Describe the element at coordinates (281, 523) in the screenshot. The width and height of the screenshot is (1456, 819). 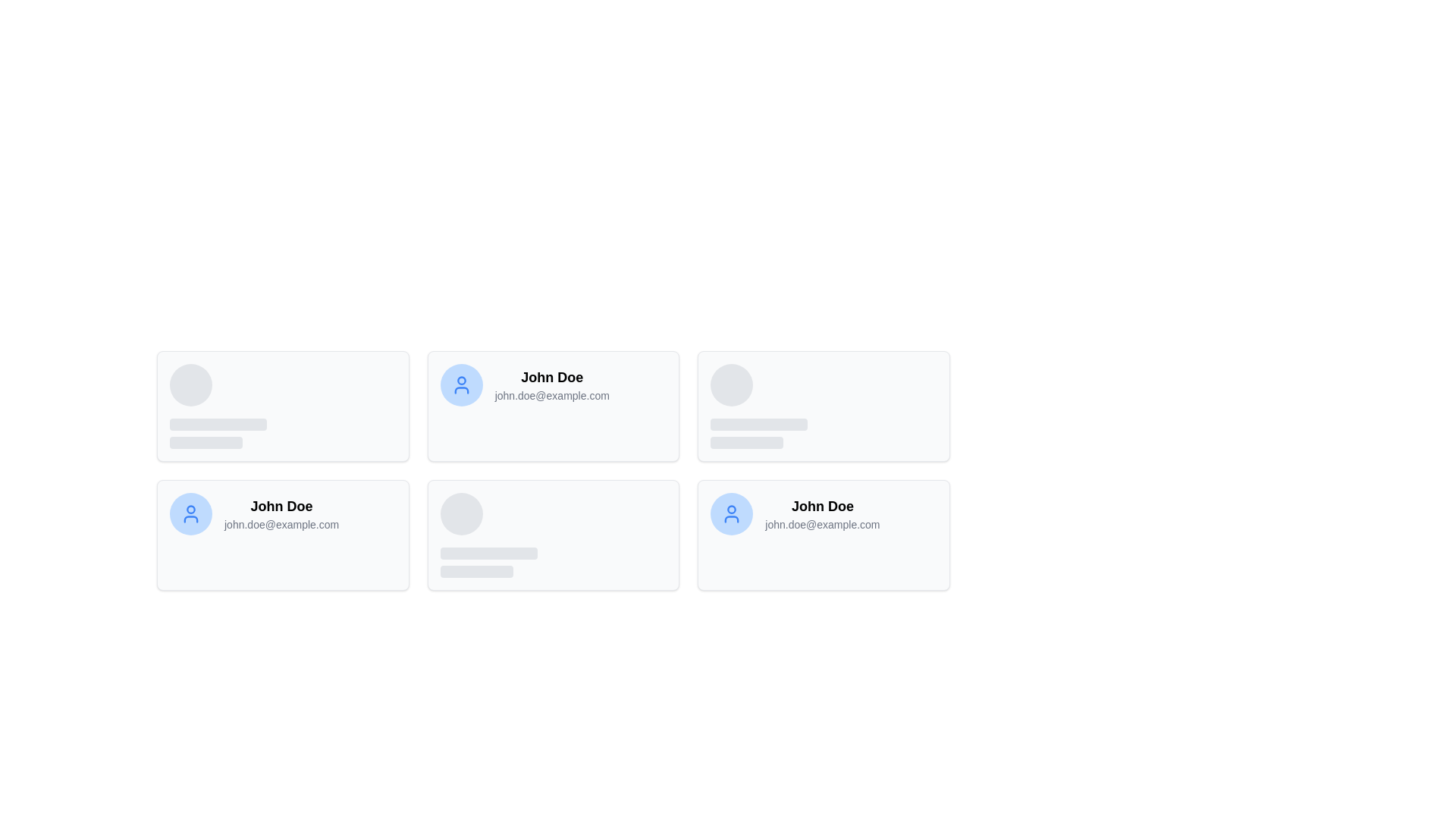
I see `the Text Label that conveys the email contact information of John Doe, located in the bottom-left of the card` at that location.